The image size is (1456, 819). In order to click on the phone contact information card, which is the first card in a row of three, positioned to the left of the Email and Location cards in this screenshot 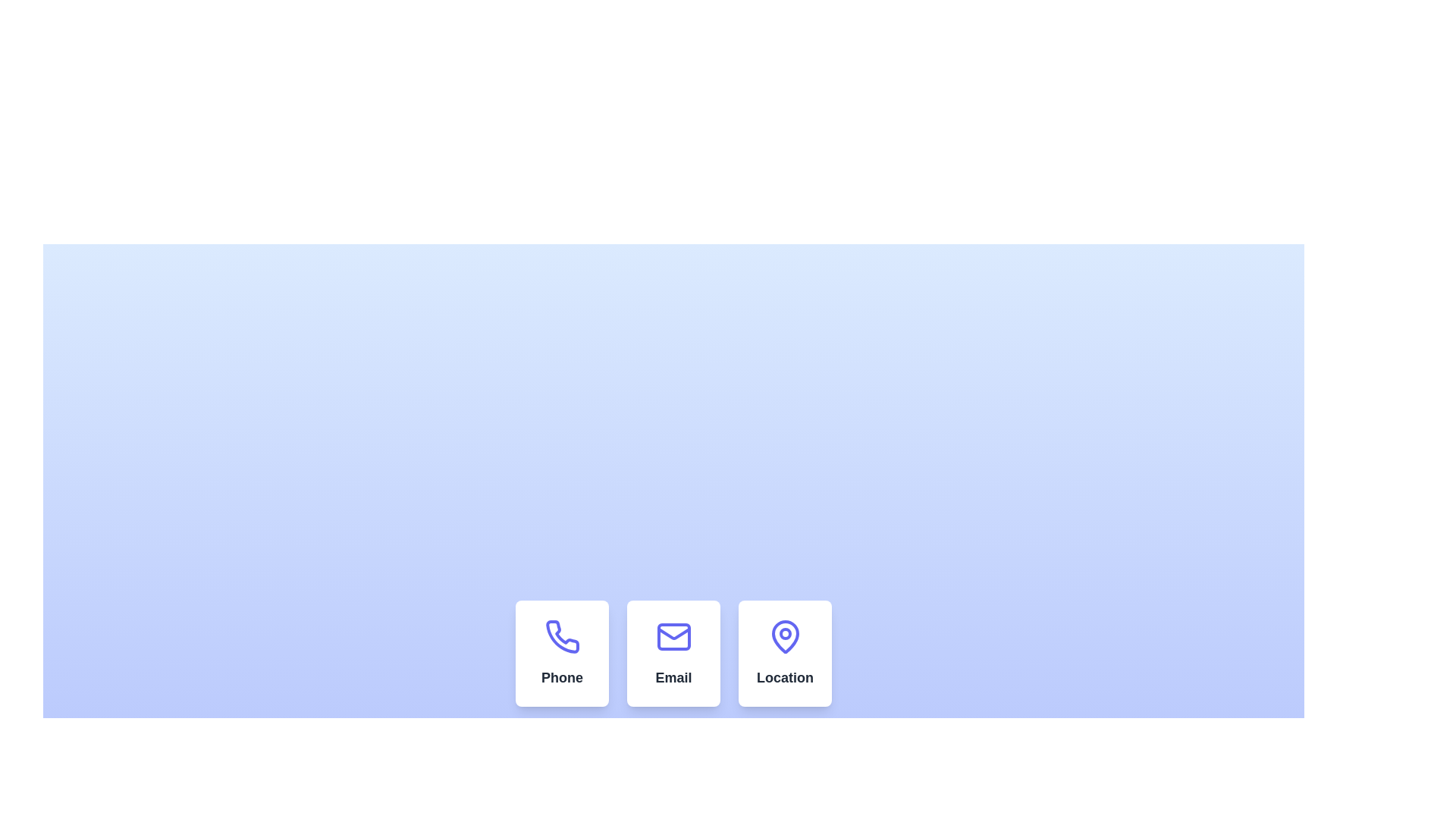, I will do `click(561, 652)`.